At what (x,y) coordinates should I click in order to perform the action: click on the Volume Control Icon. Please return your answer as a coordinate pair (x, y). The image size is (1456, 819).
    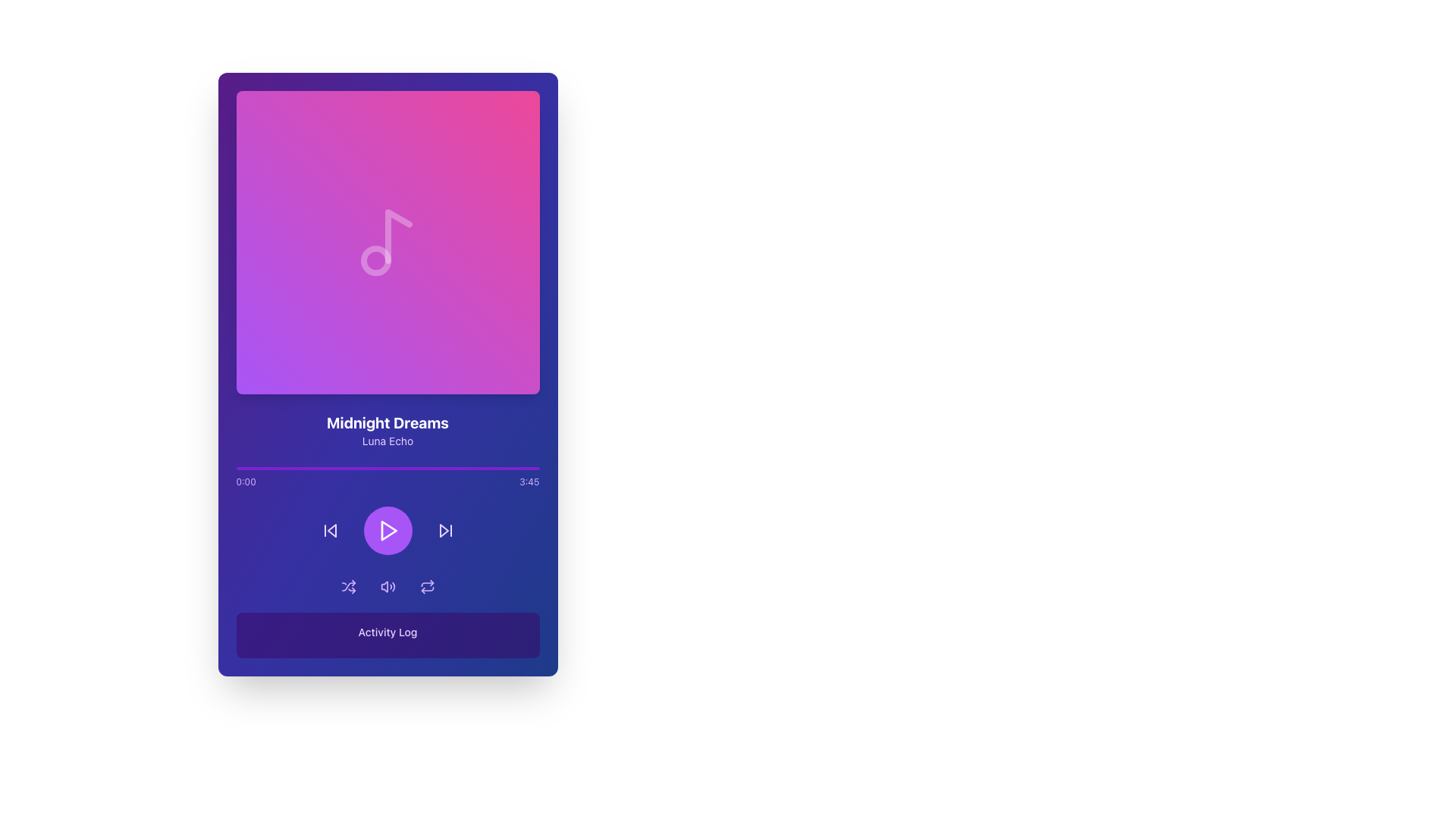
    Looking at the image, I should click on (384, 586).